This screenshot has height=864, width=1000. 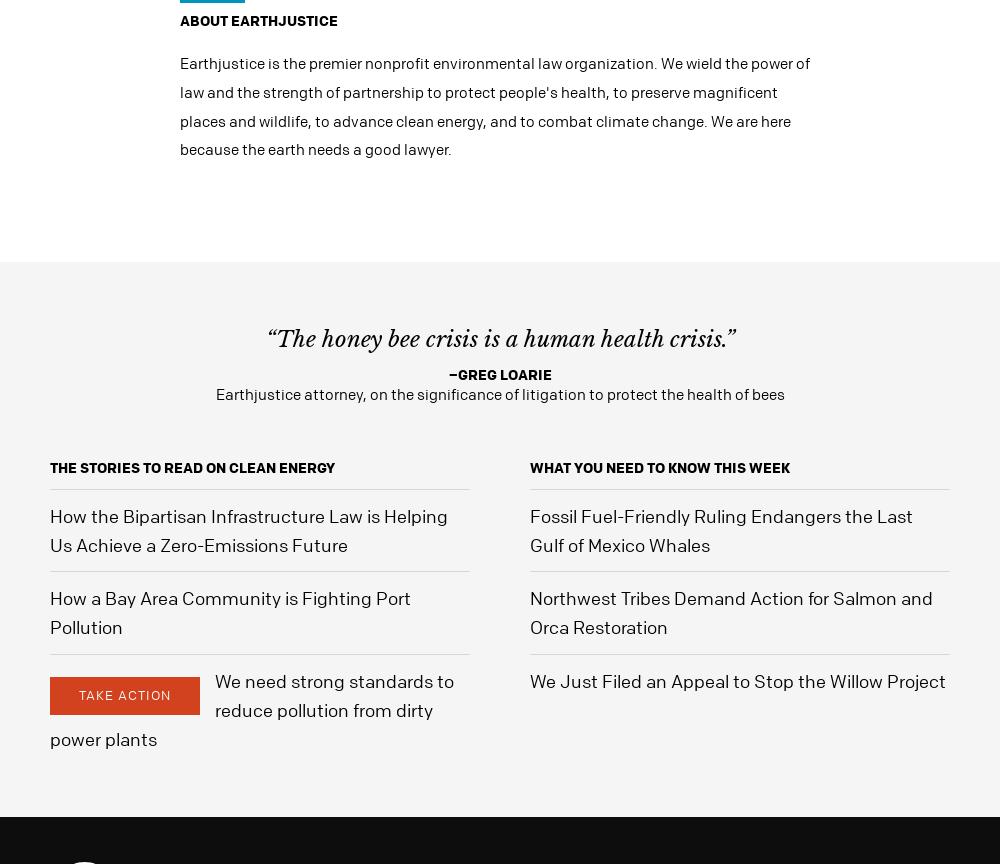 What do you see at coordinates (530, 529) in the screenshot?
I see `'Fossil Fuel-Friendly Ruling Endangers the Last Gulf of Mexico Whales'` at bounding box center [530, 529].